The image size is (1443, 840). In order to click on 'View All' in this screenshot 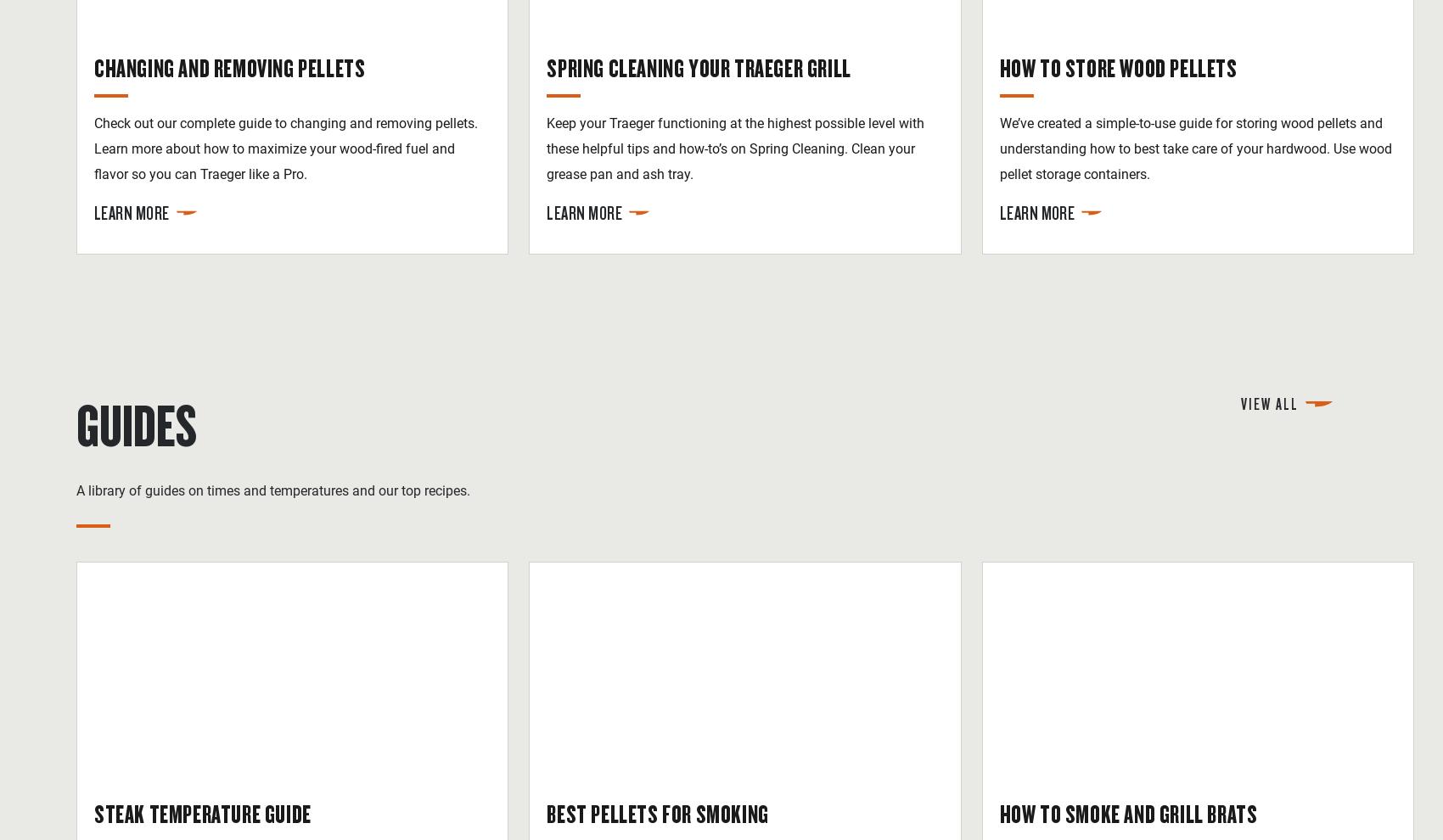, I will do `click(1270, 403)`.